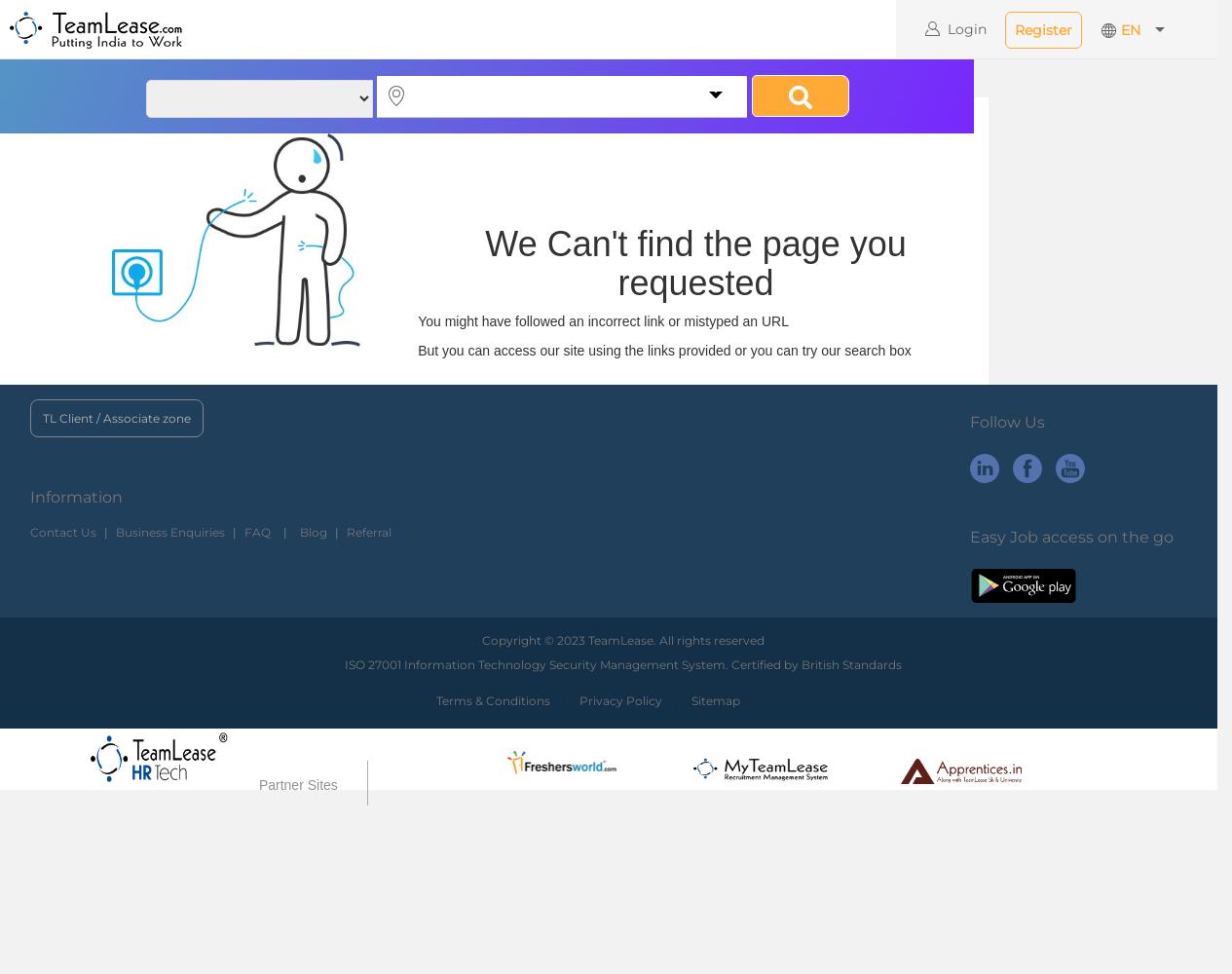 The width and height of the screenshot is (1232, 974). What do you see at coordinates (578, 698) in the screenshot?
I see `'Privacy Policy'` at bounding box center [578, 698].